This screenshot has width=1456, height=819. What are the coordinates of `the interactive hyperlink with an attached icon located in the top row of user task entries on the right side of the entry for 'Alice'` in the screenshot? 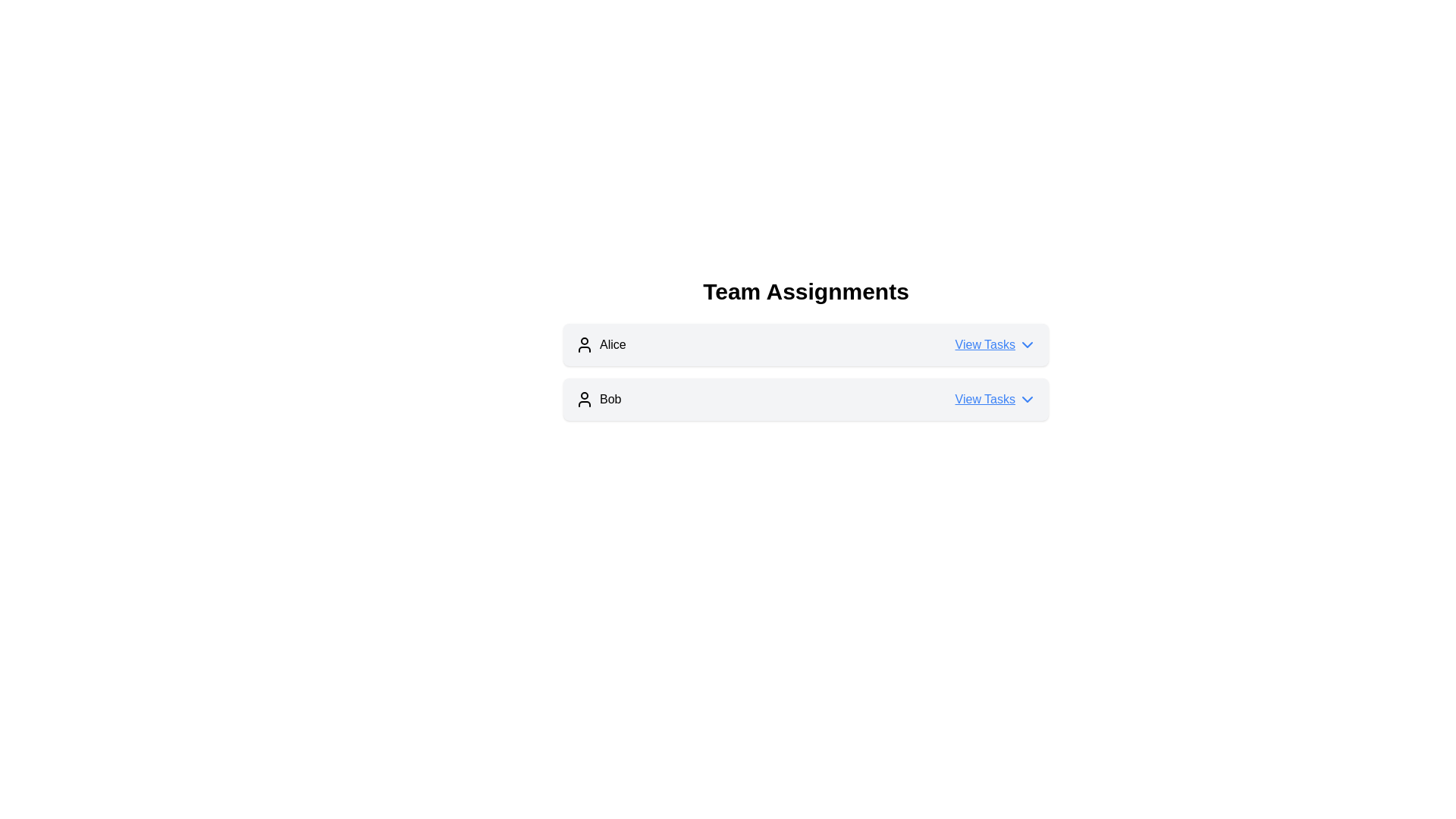 It's located at (996, 345).